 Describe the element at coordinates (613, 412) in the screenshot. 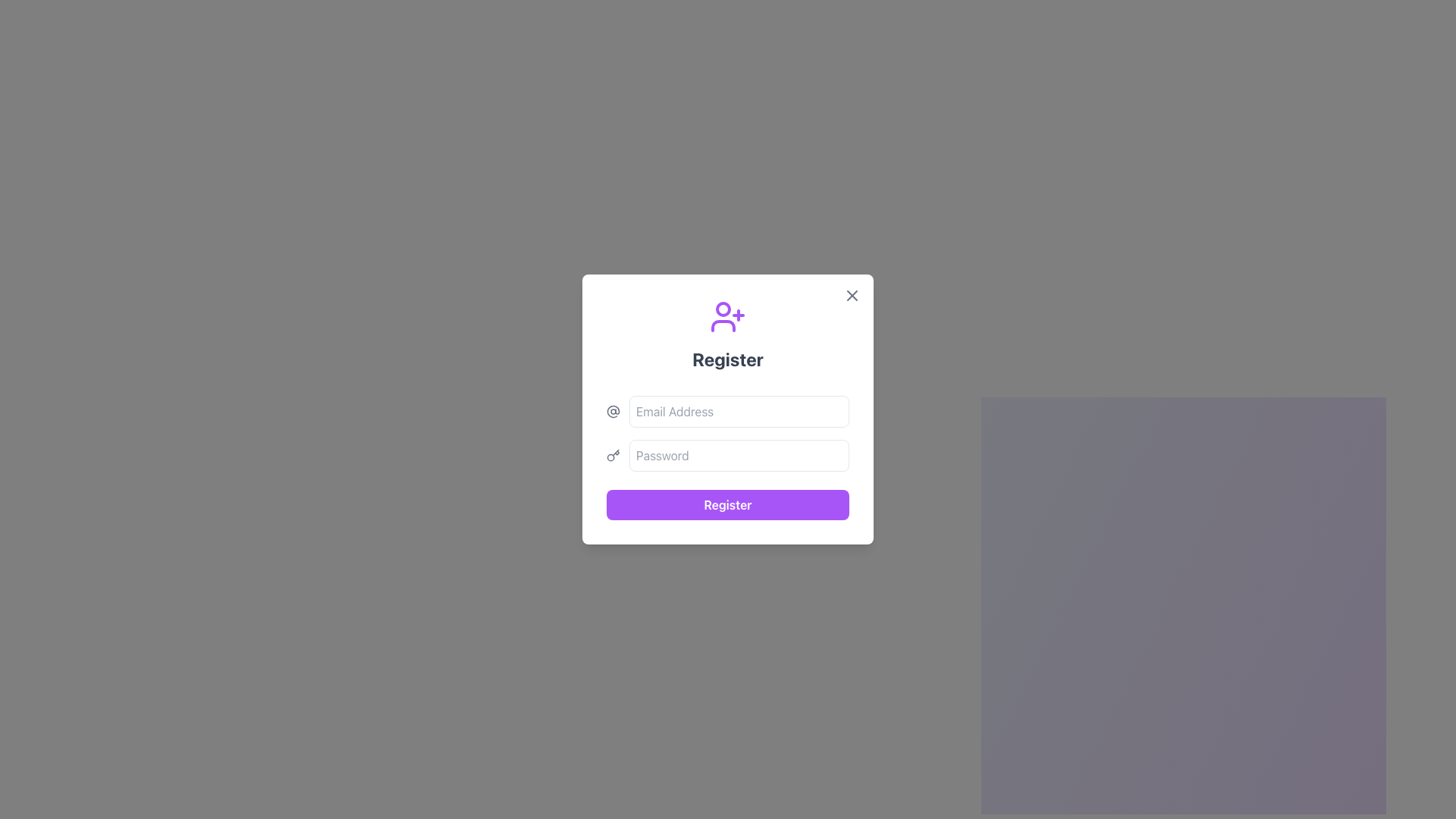

I see `the '@' icon located next to the 'Email Address' input field in the registration form` at that location.